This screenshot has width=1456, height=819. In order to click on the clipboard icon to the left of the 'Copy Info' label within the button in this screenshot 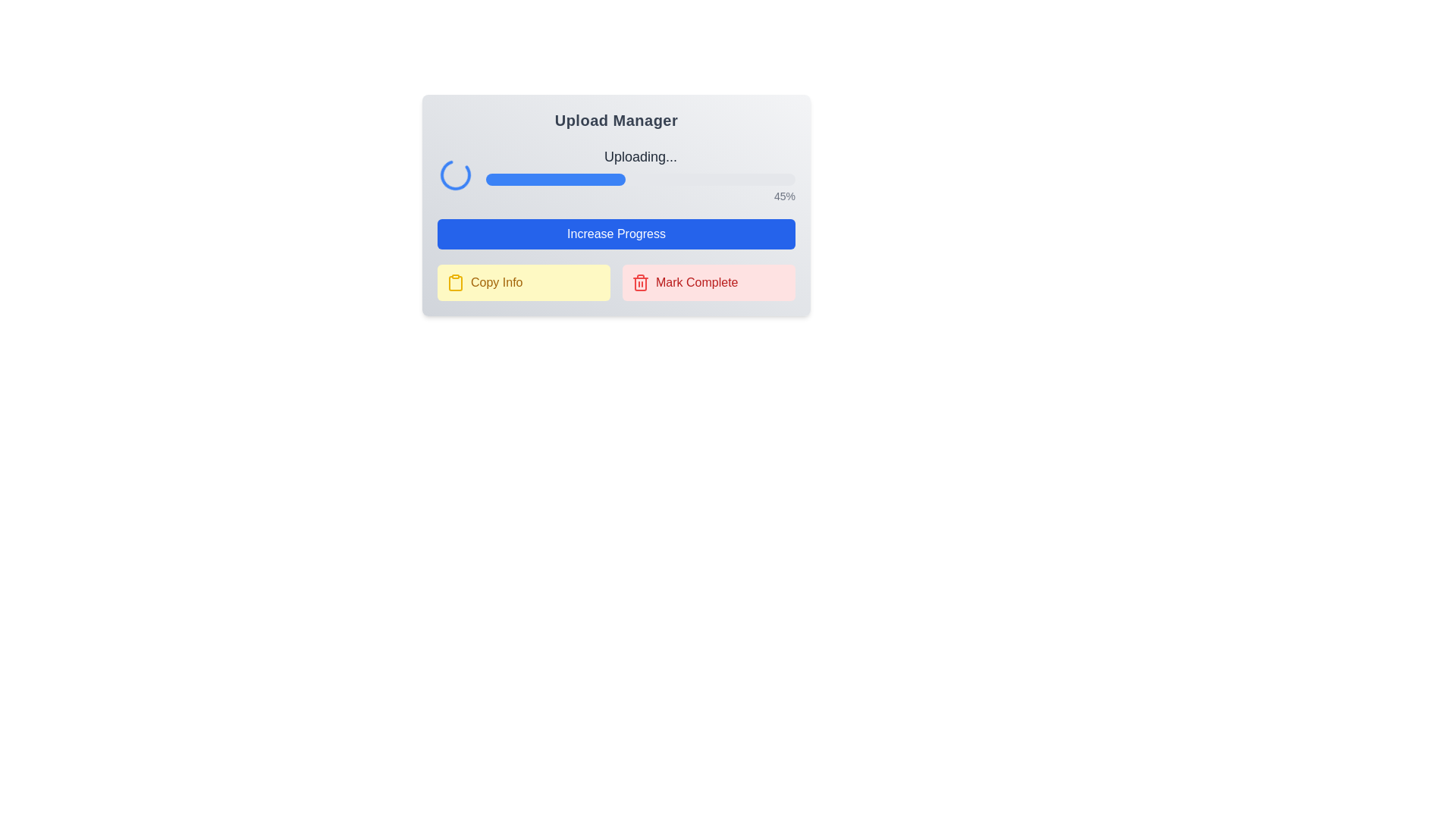, I will do `click(454, 283)`.